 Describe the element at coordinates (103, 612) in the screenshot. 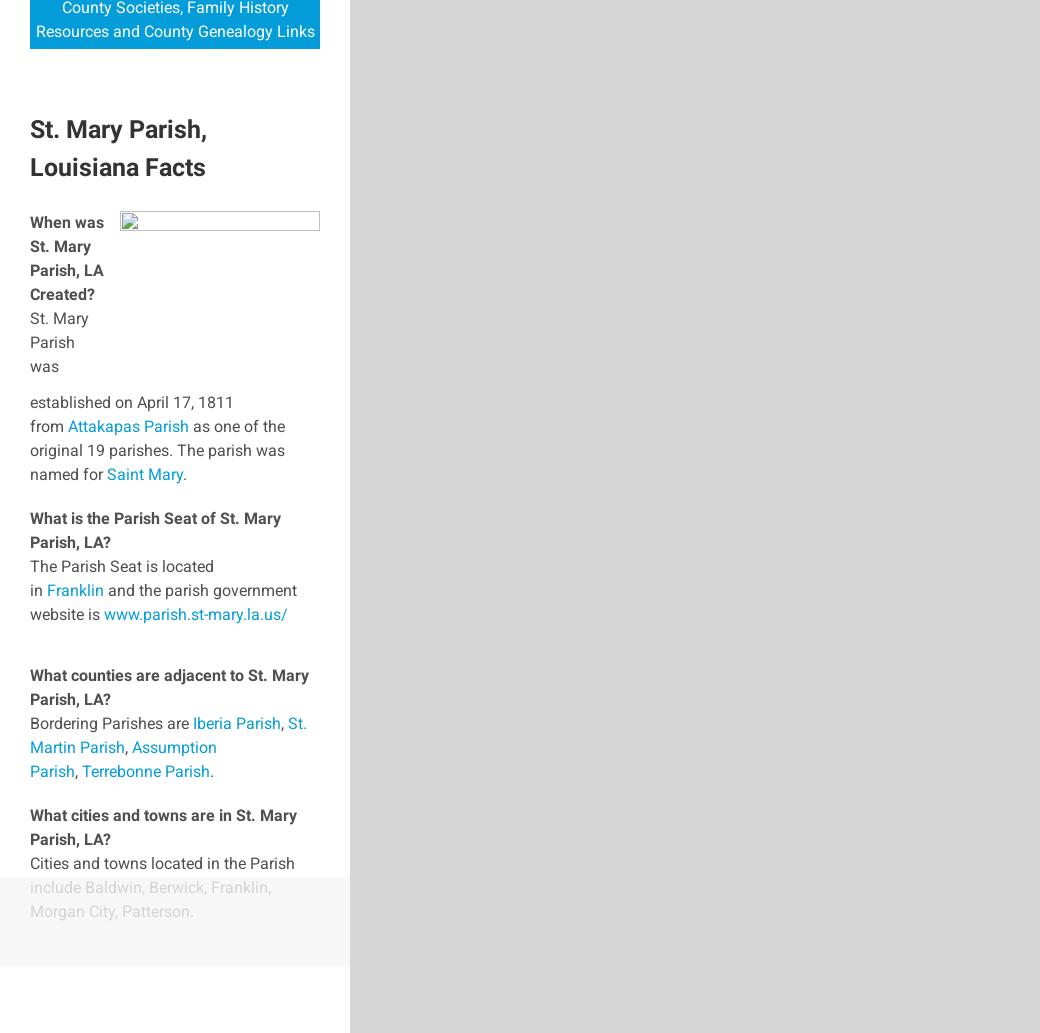

I see `'www.parish.st-mary.la.us/'` at that location.